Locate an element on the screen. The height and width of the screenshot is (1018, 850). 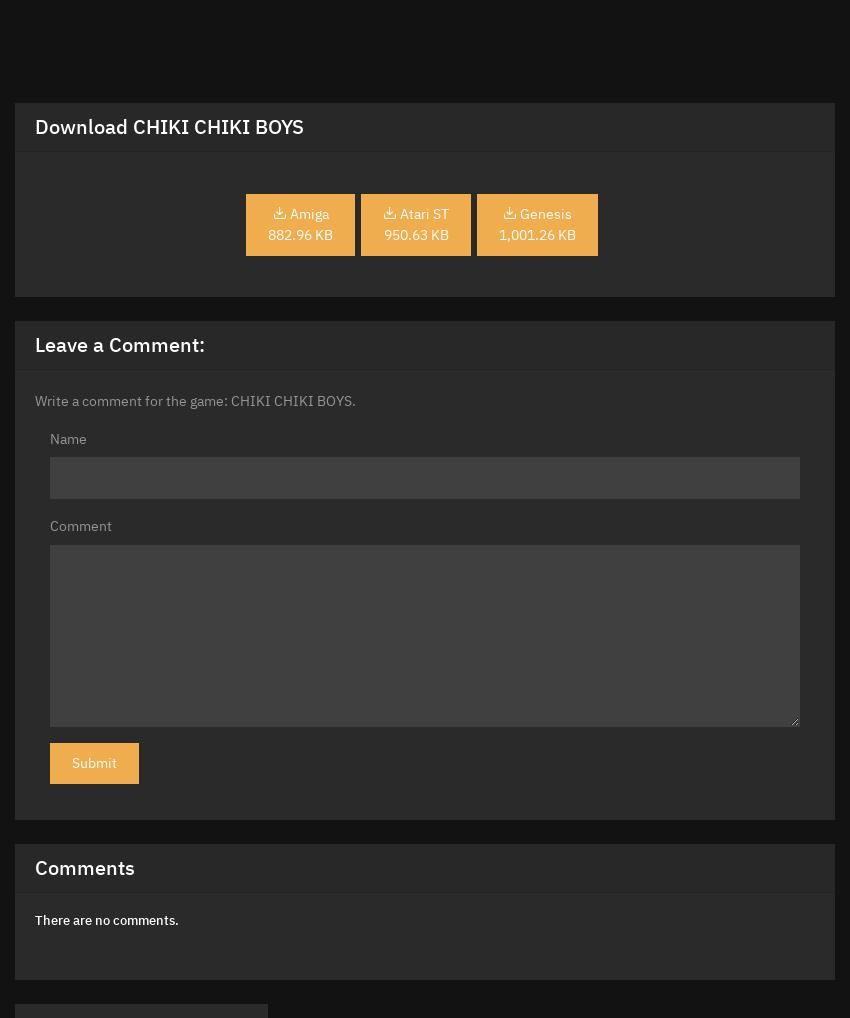
'Leave a Comment:' is located at coordinates (119, 343).